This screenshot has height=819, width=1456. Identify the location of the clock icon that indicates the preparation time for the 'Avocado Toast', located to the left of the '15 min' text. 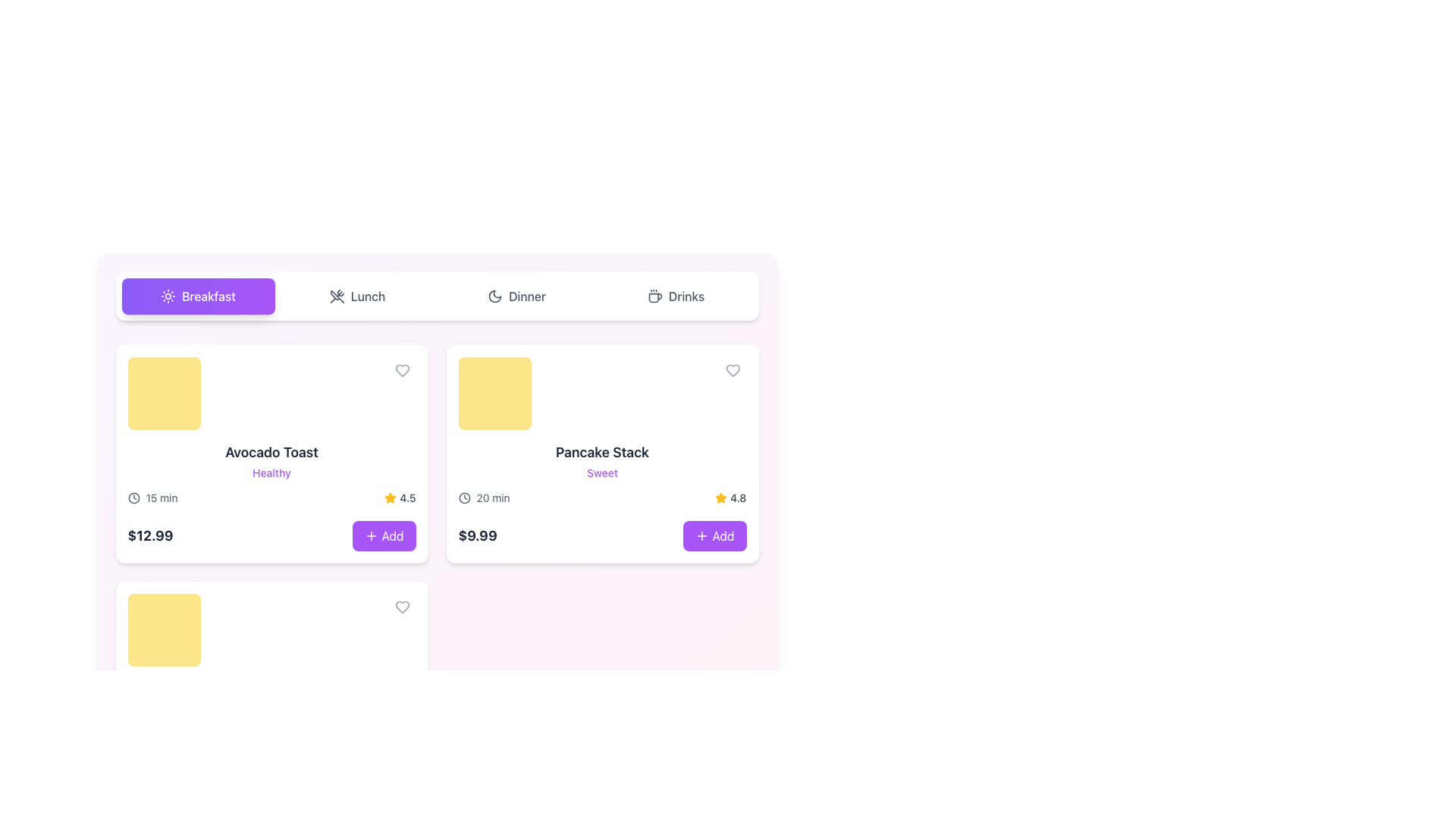
(133, 497).